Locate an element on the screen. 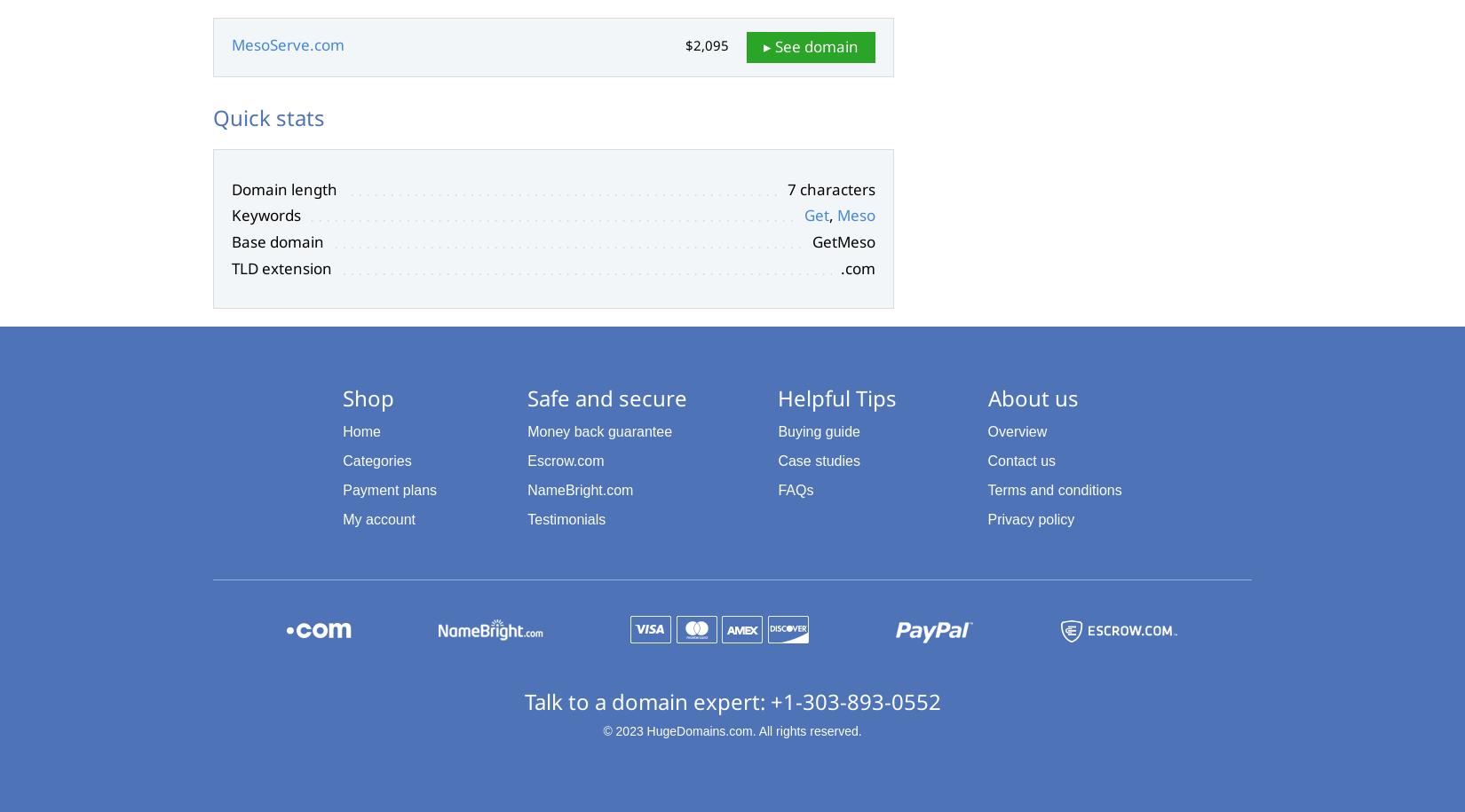 This screenshot has width=1465, height=812. 'Contact us' is located at coordinates (1021, 461).